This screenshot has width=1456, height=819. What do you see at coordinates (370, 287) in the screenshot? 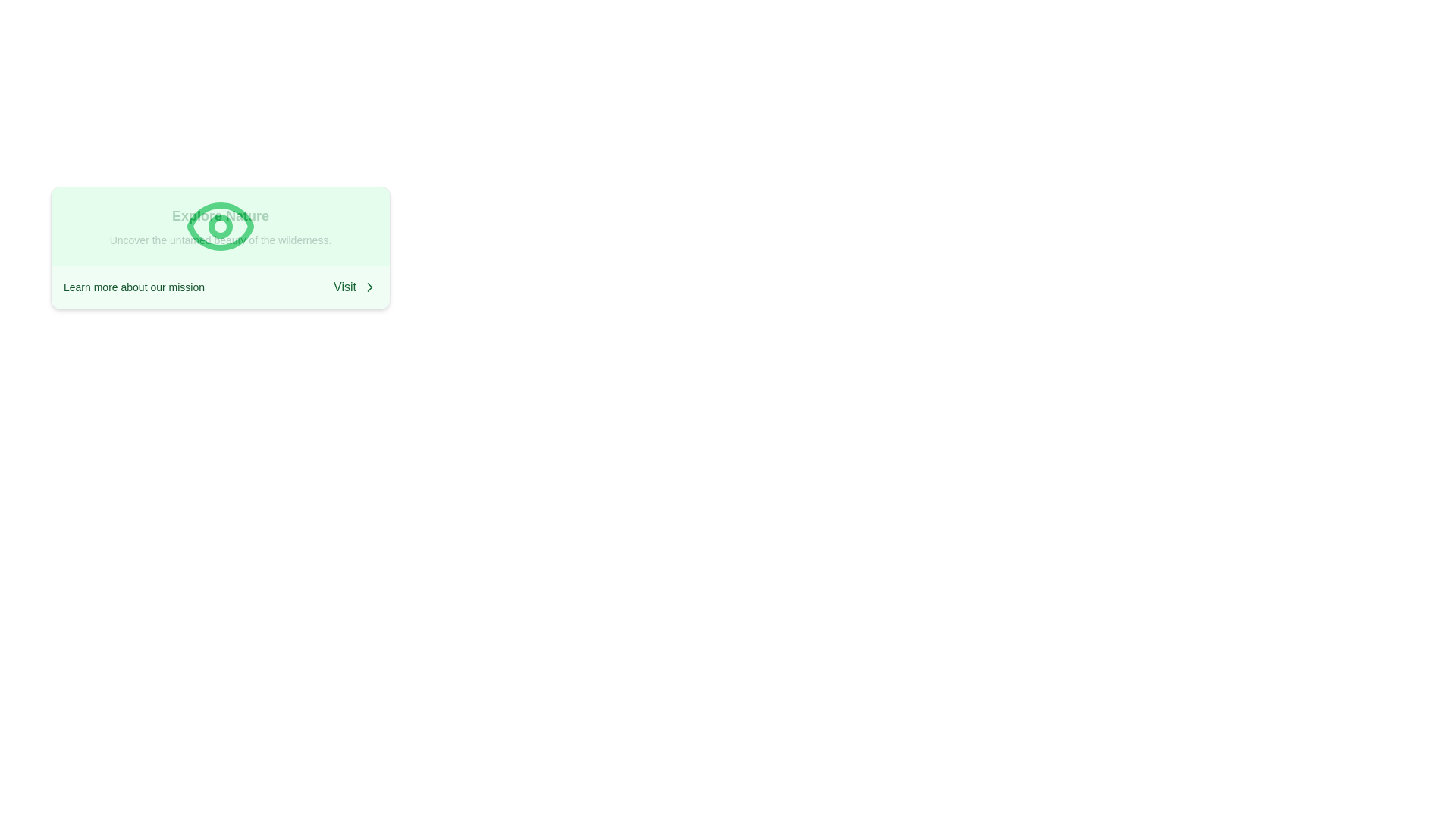
I see `the interactive icon located at the far-right side next to the 'Visit' text in the bottom-right corner of the rectangular information card` at bounding box center [370, 287].